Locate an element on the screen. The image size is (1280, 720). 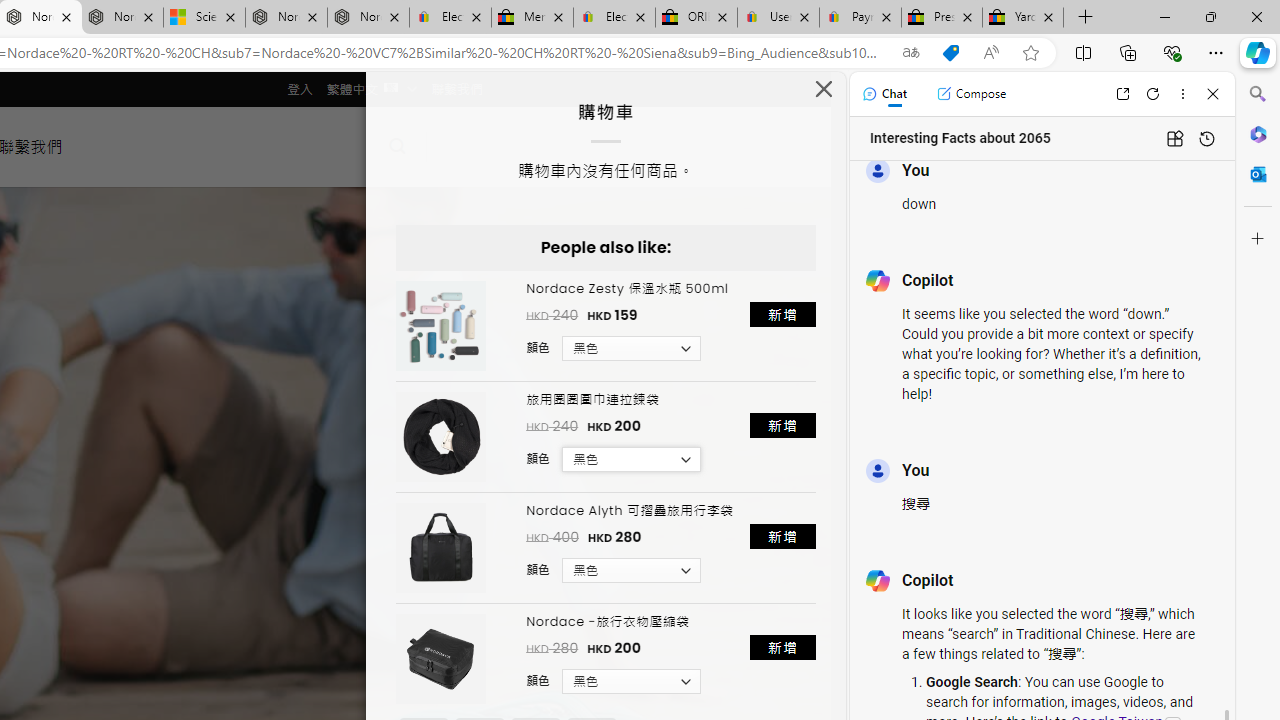
'User Privacy Notice | eBay' is located at coordinates (777, 17).